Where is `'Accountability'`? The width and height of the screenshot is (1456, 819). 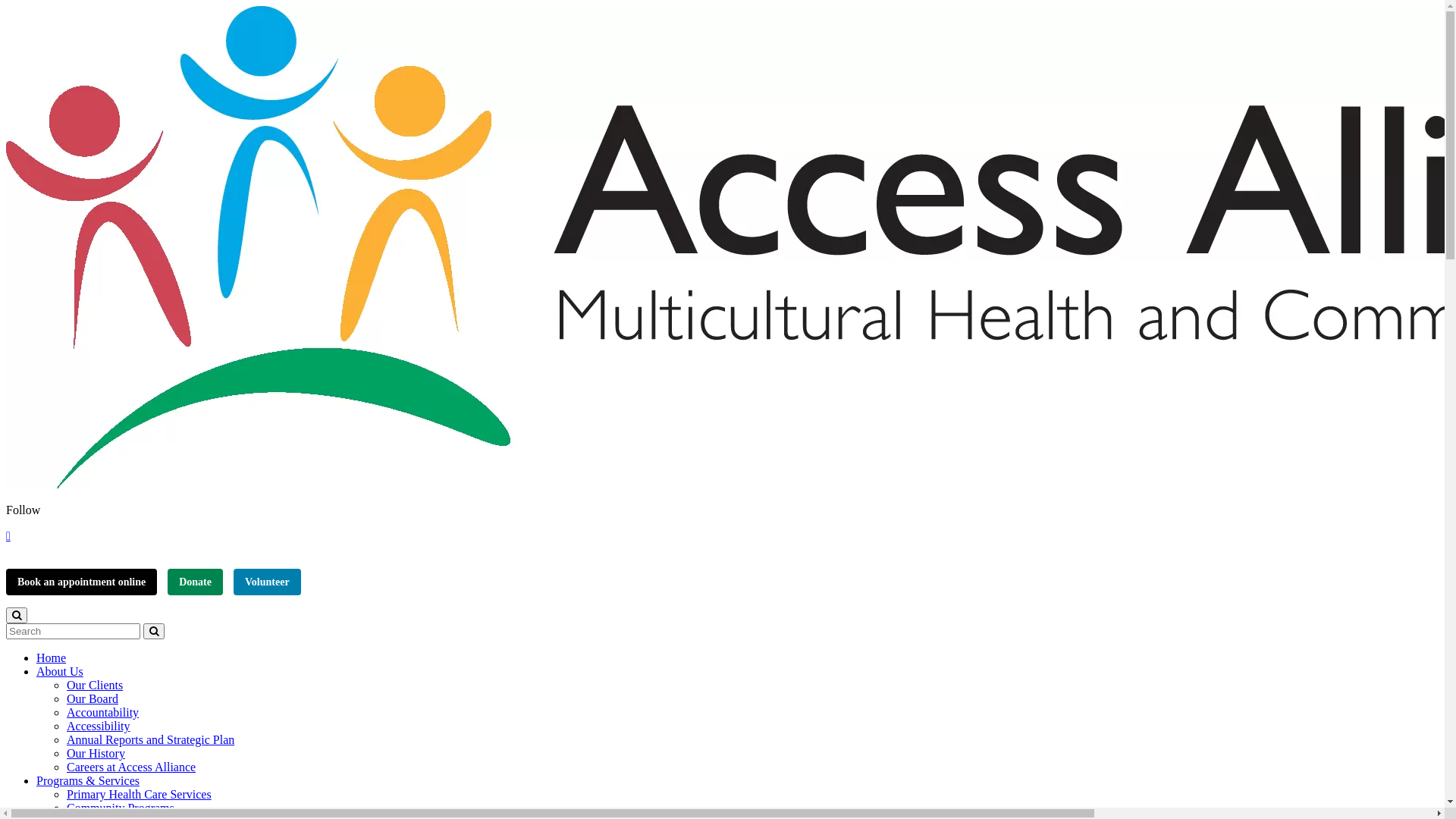
'Accountability' is located at coordinates (102, 712).